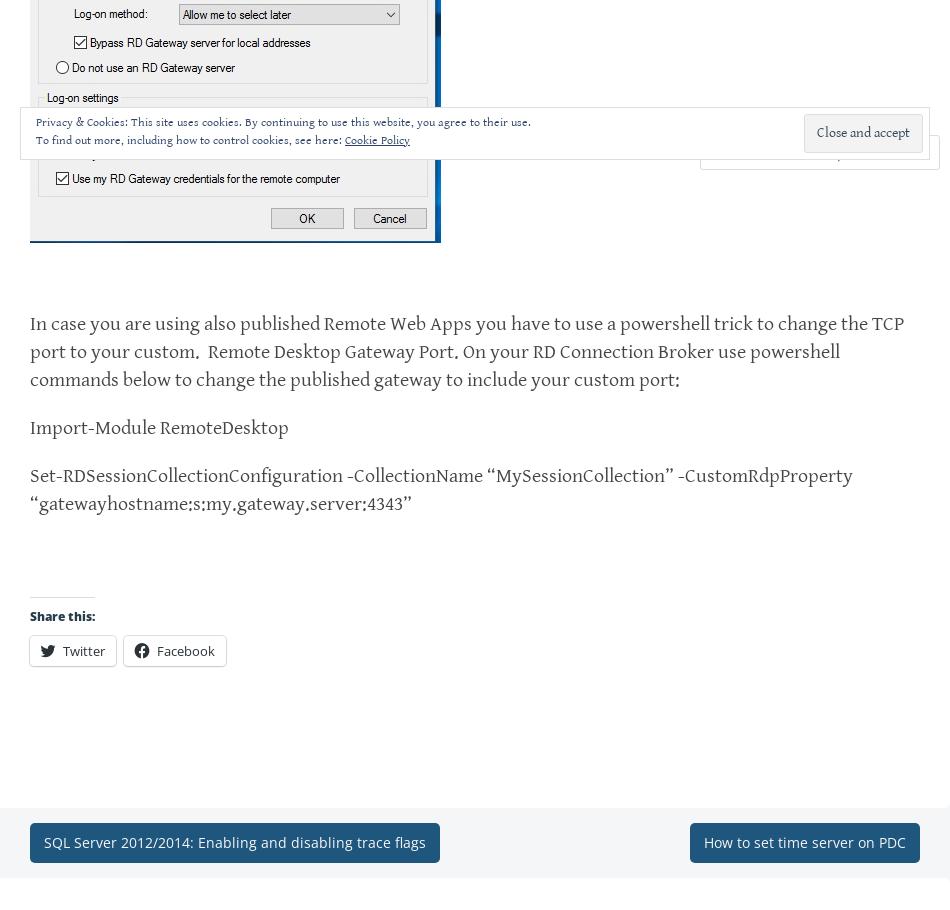  Describe the element at coordinates (738, 151) in the screenshot. I see `'Comment'` at that location.